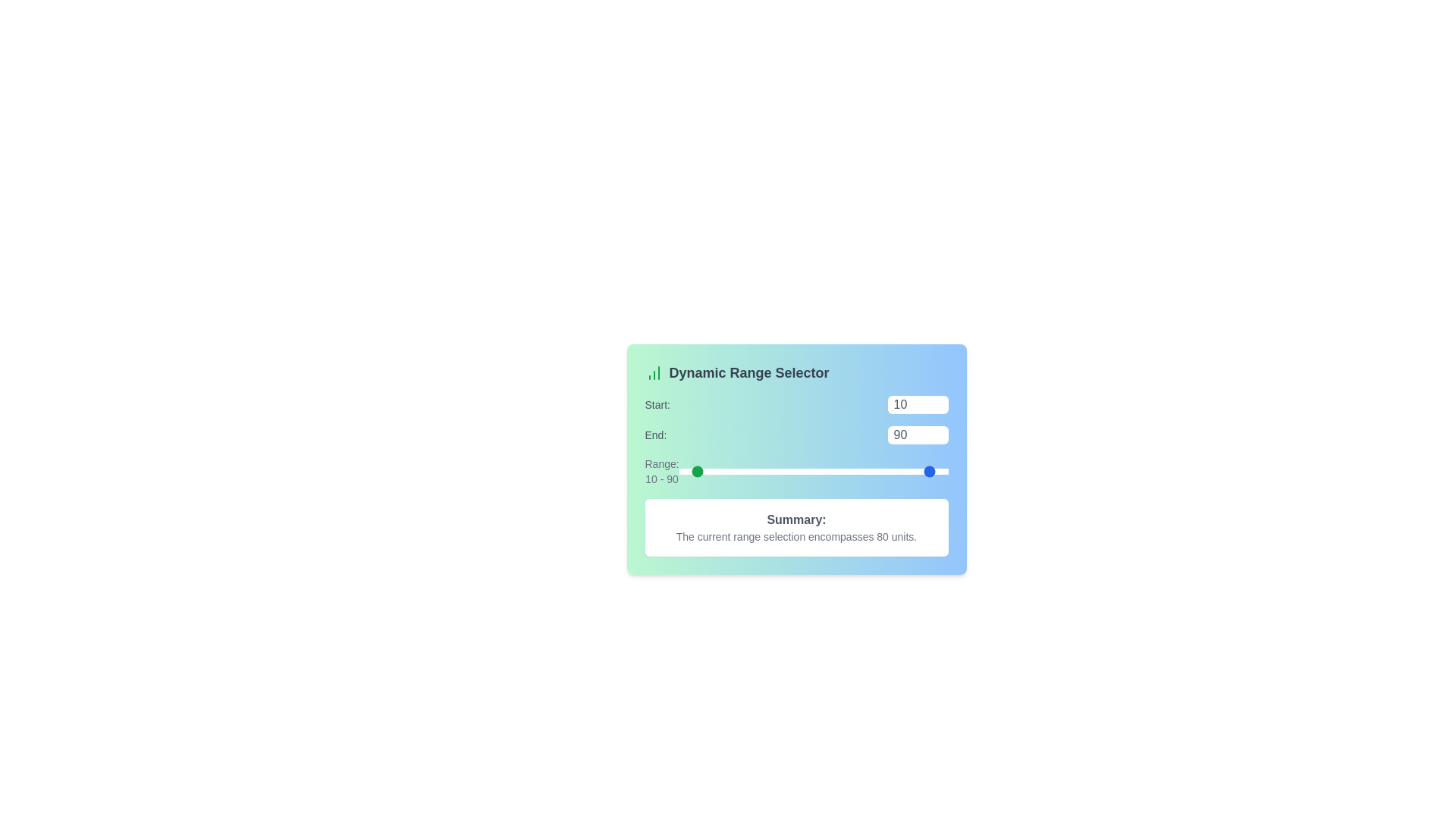 This screenshot has height=819, width=1456. Describe the element at coordinates (917, 435) in the screenshot. I see `the 'End' range value to 2 using the input box` at that location.